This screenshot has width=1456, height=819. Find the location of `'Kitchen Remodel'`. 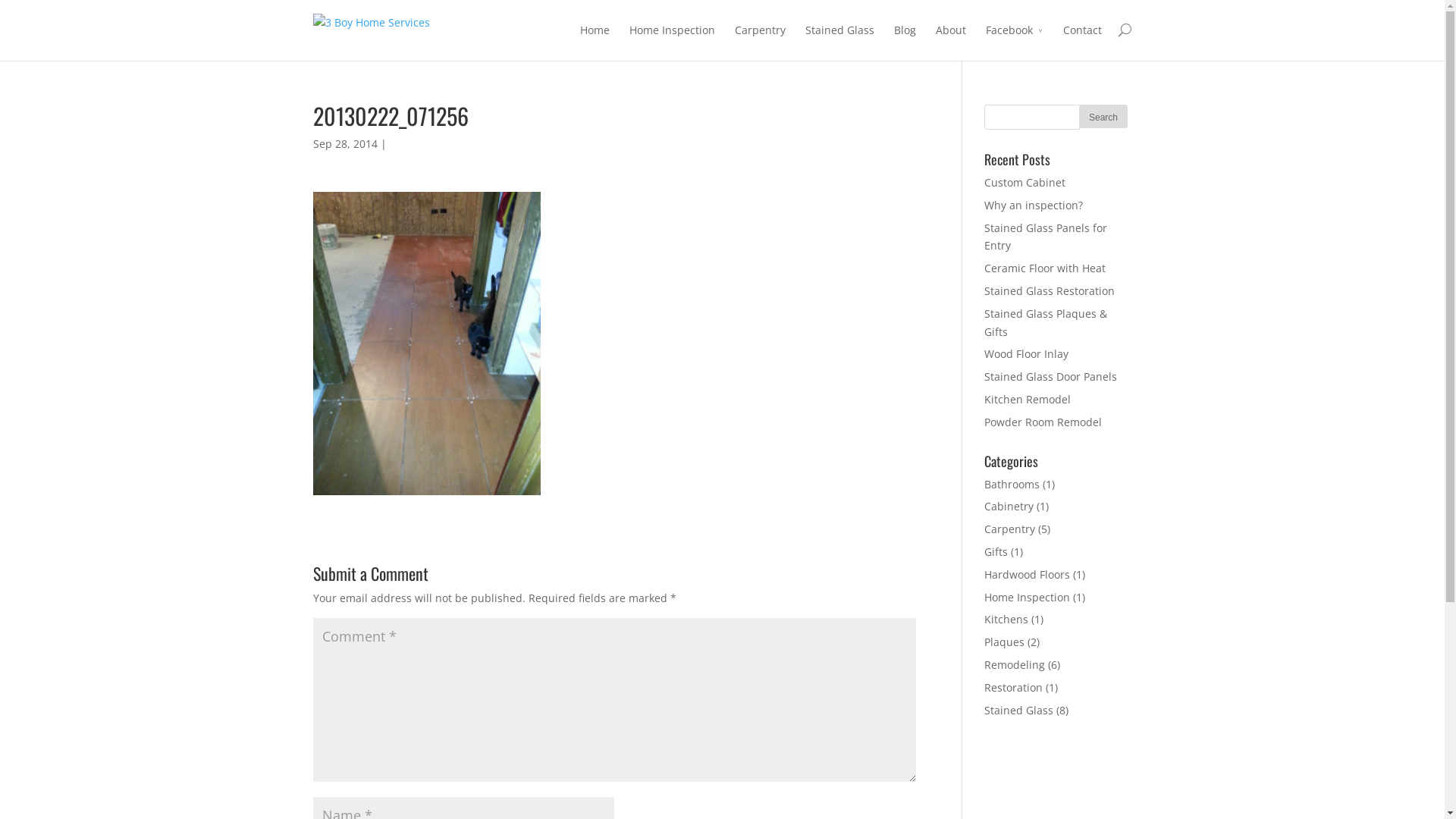

'Kitchen Remodel' is located at coordinates (1027, 398).